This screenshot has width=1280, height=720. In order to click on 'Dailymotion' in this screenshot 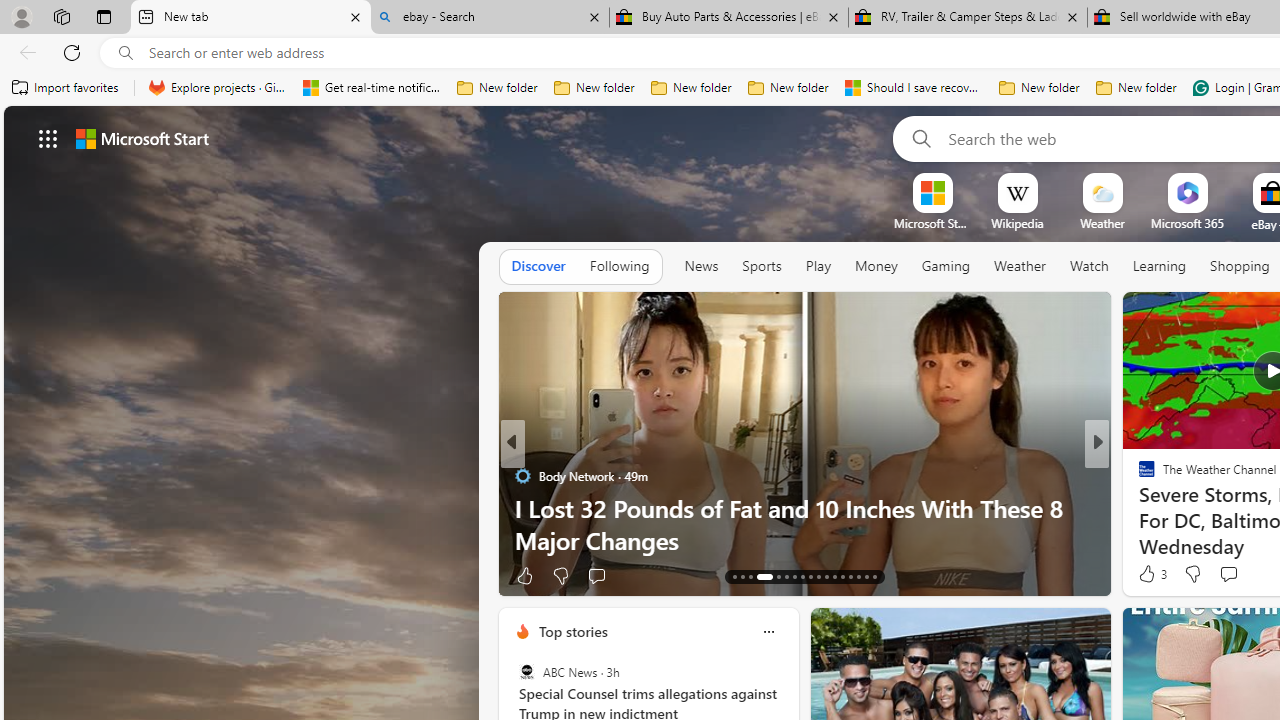, I will do `click(1138, 506)`.